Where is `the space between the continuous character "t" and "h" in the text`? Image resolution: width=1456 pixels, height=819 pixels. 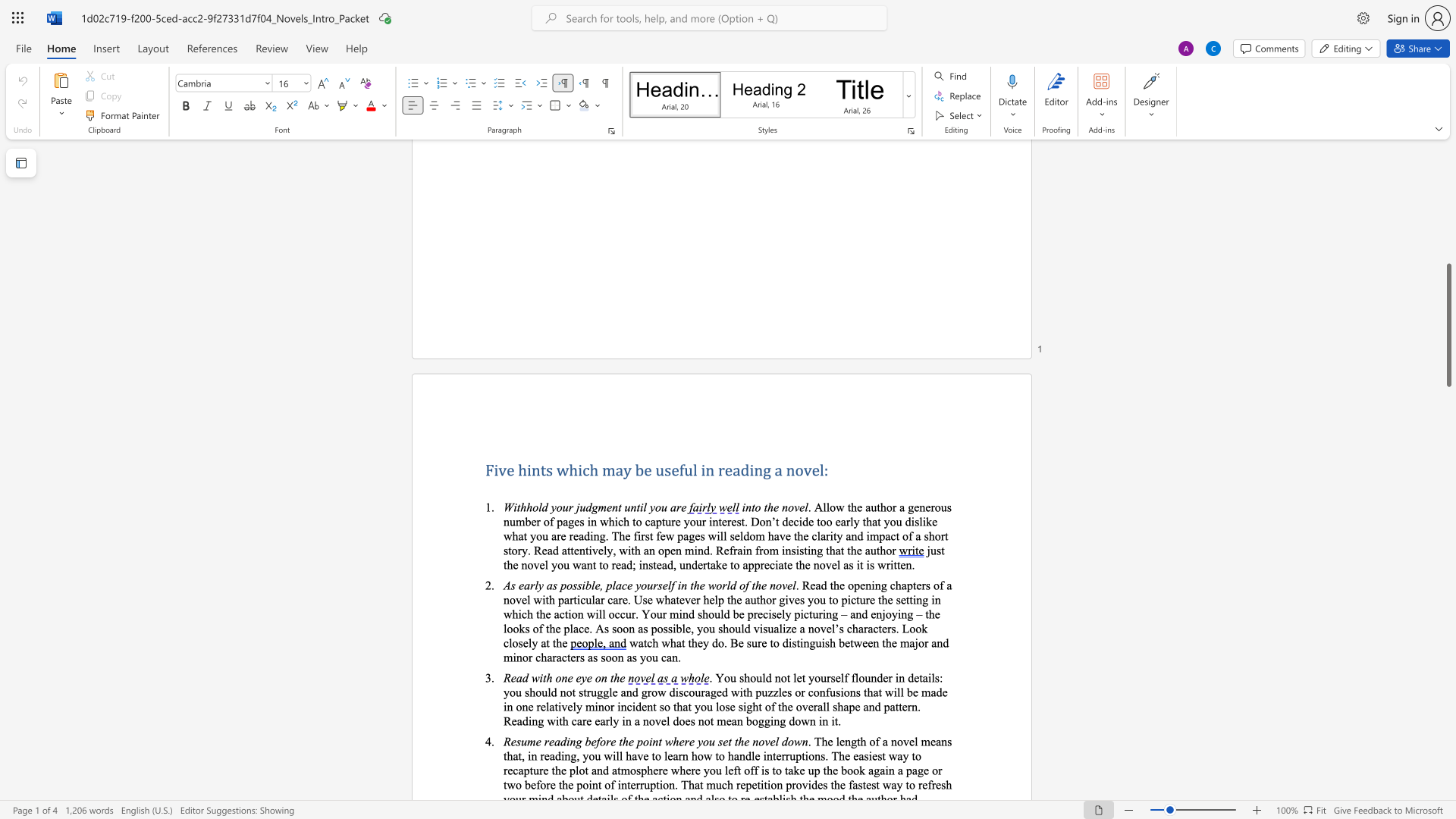 the space between the continuous character "t" and "h" in the text is located at coordinates (521, 507).